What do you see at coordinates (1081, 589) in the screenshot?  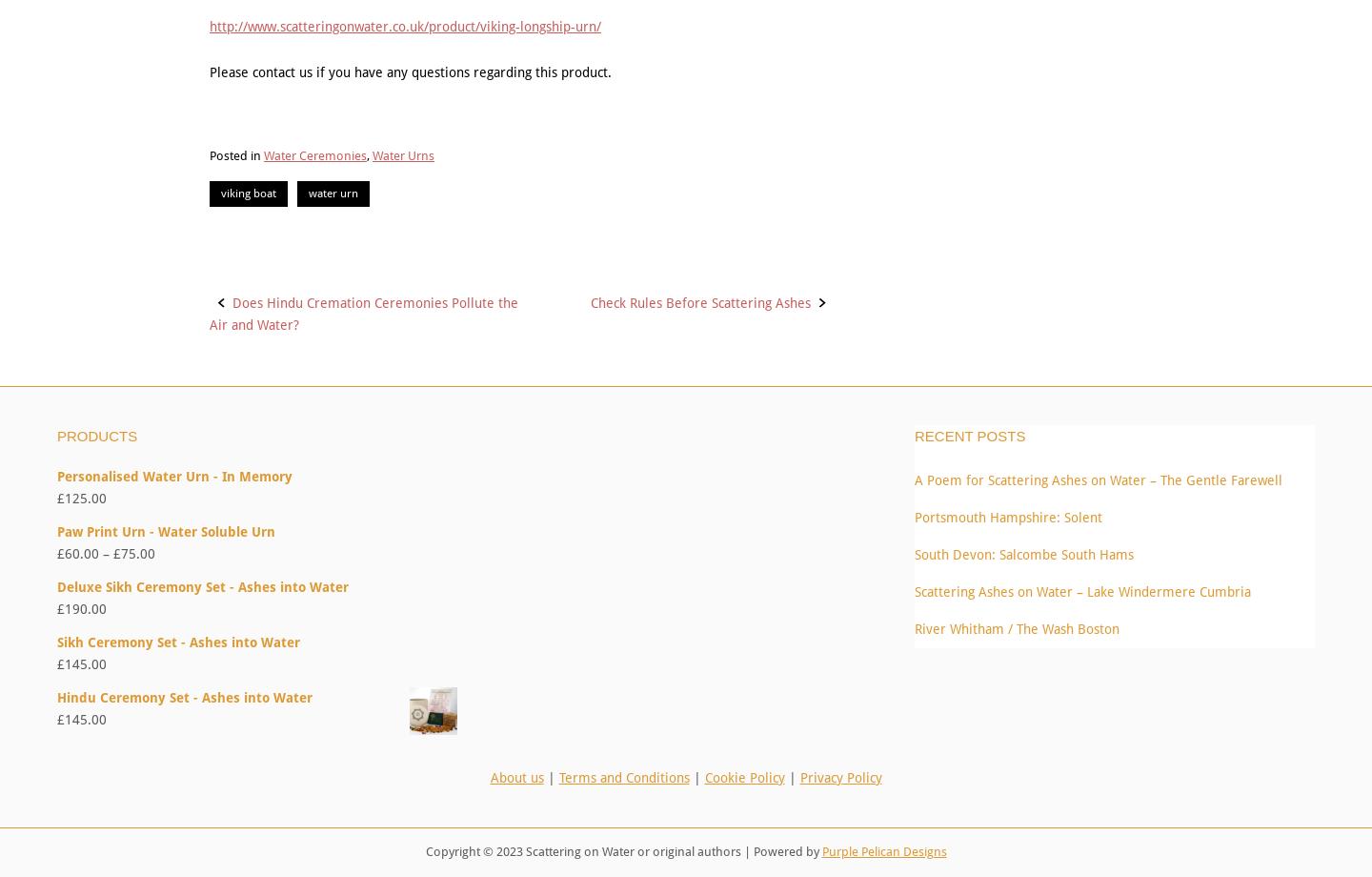 I see `'Scattering Ashes on Water – Lake Windermere Cumbria'` at bounding box center [1081, 589].